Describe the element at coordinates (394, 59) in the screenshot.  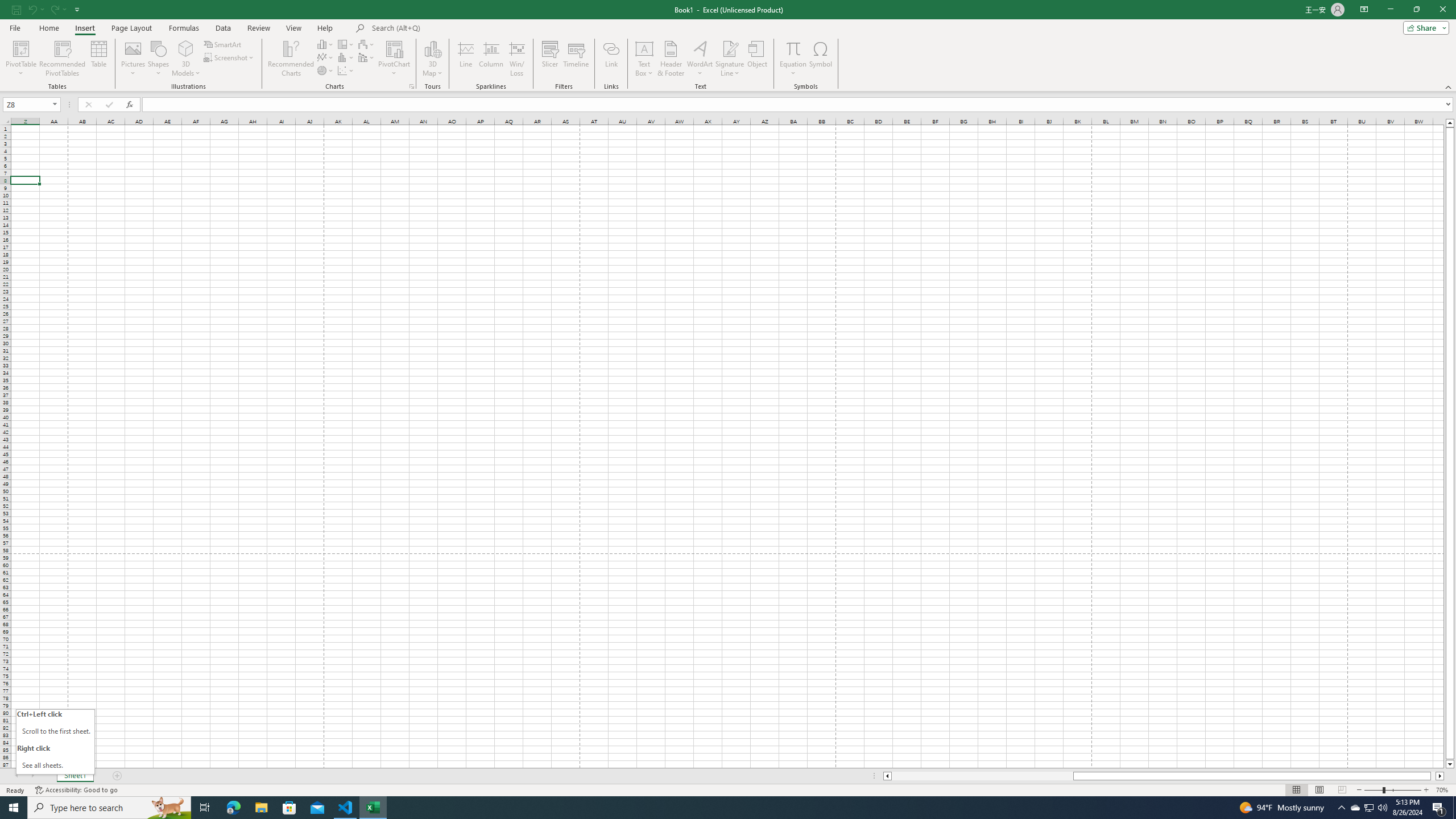
I see `'PivotChart'` at that location.